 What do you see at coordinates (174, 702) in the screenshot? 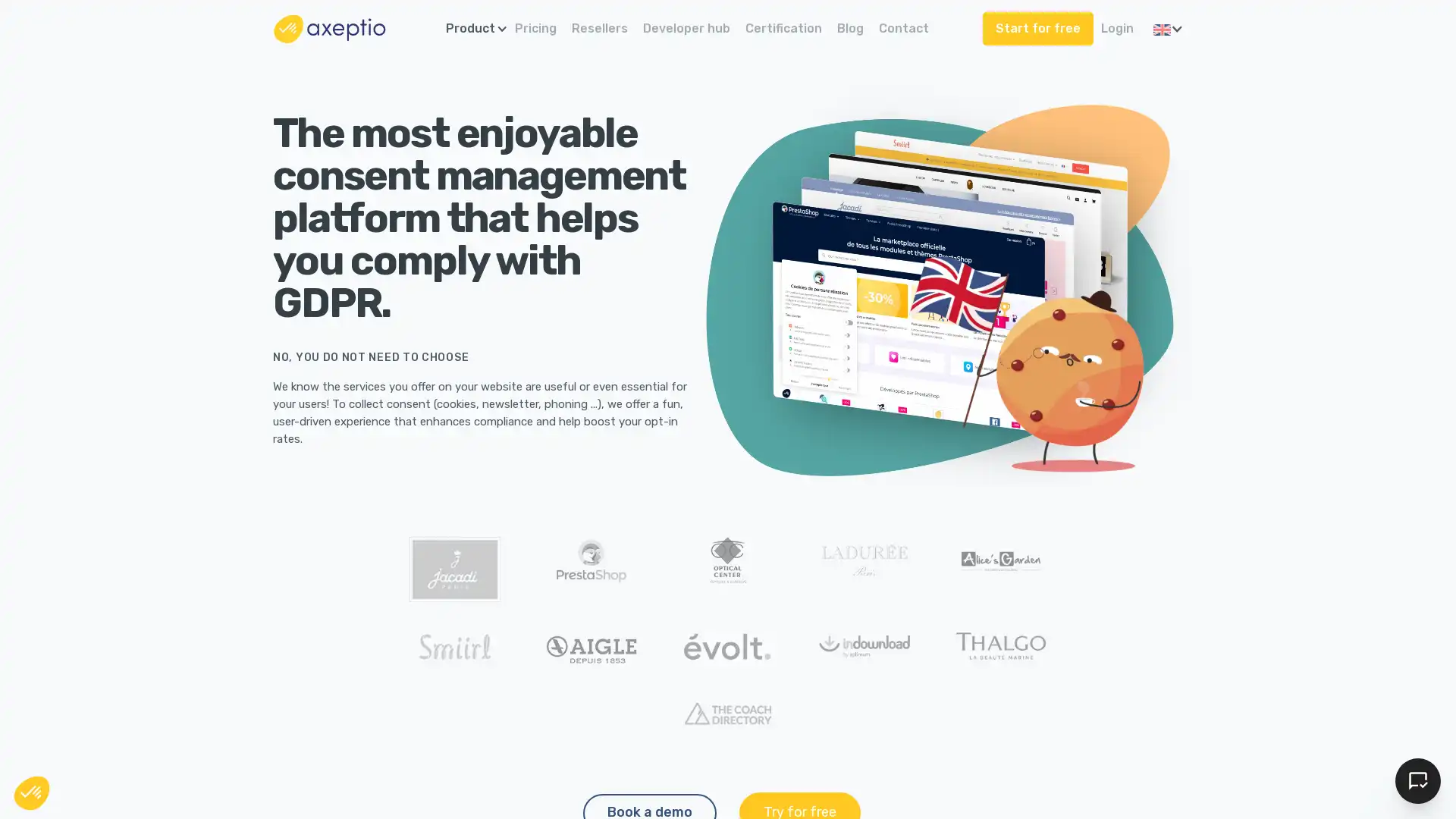
I see `Consents certified by` at bounding box center [174, 702].